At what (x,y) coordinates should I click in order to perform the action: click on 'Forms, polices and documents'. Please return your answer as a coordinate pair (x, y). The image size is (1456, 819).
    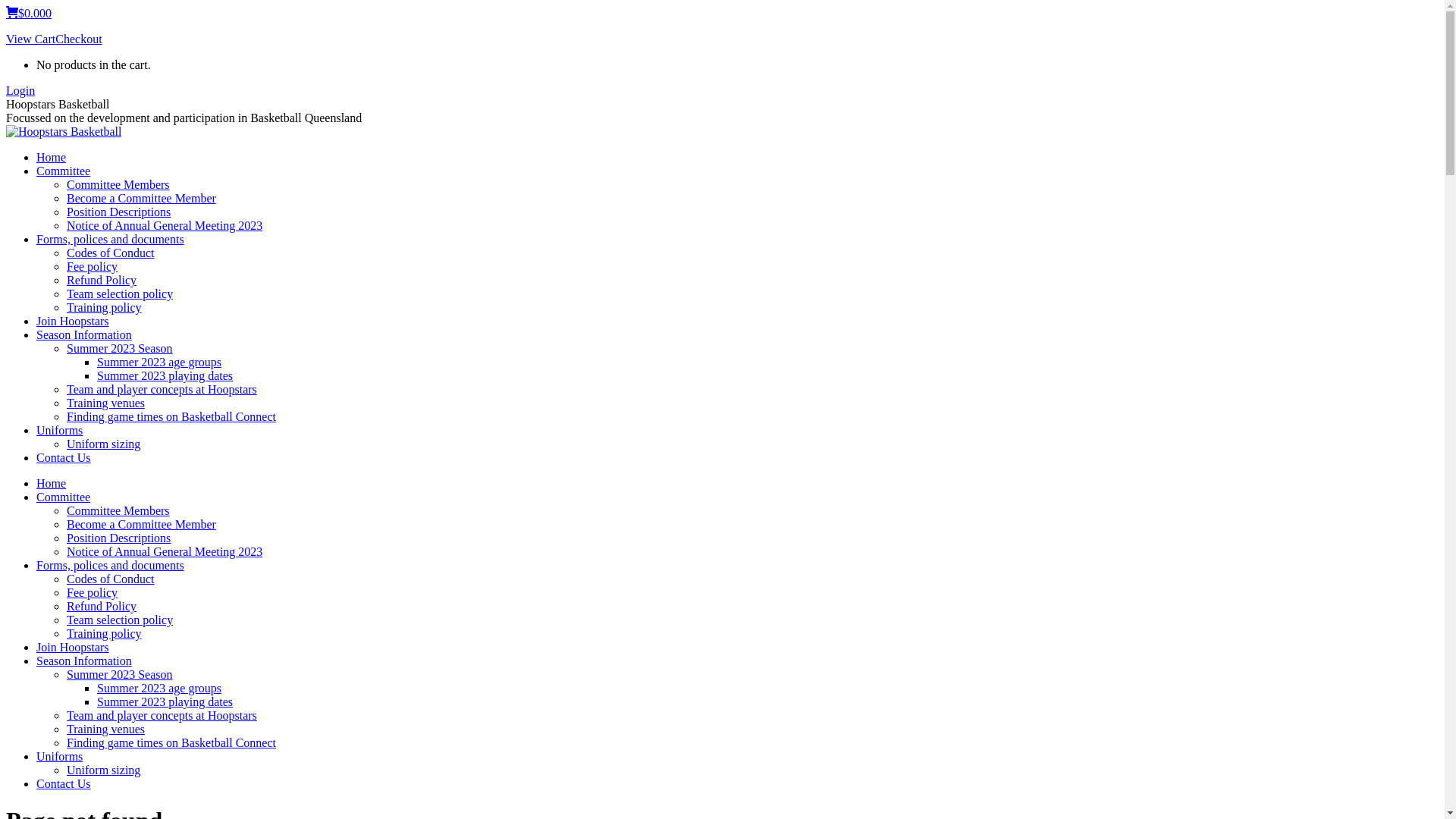
    Looking at the image, I should click on (109, 239).